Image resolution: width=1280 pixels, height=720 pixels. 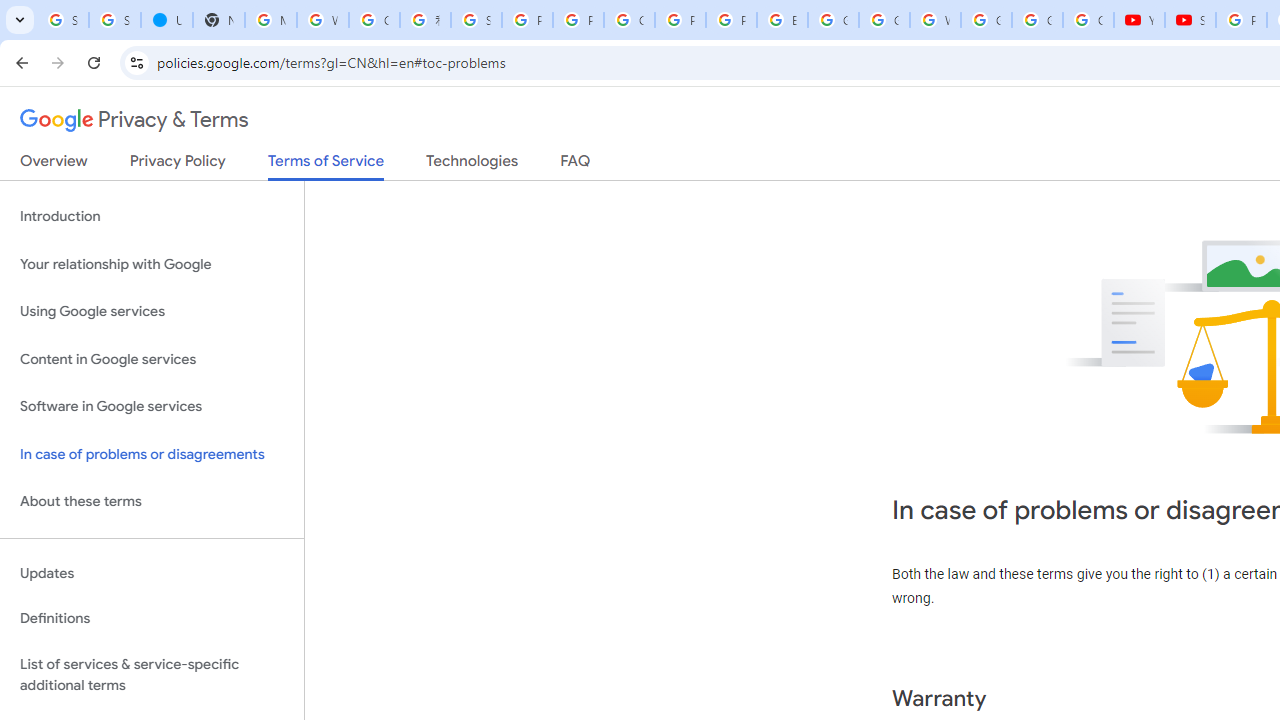 I want to click on 'Edit and view right-to-left text - Google Docs Editors Help', so click(x=781, y=20).